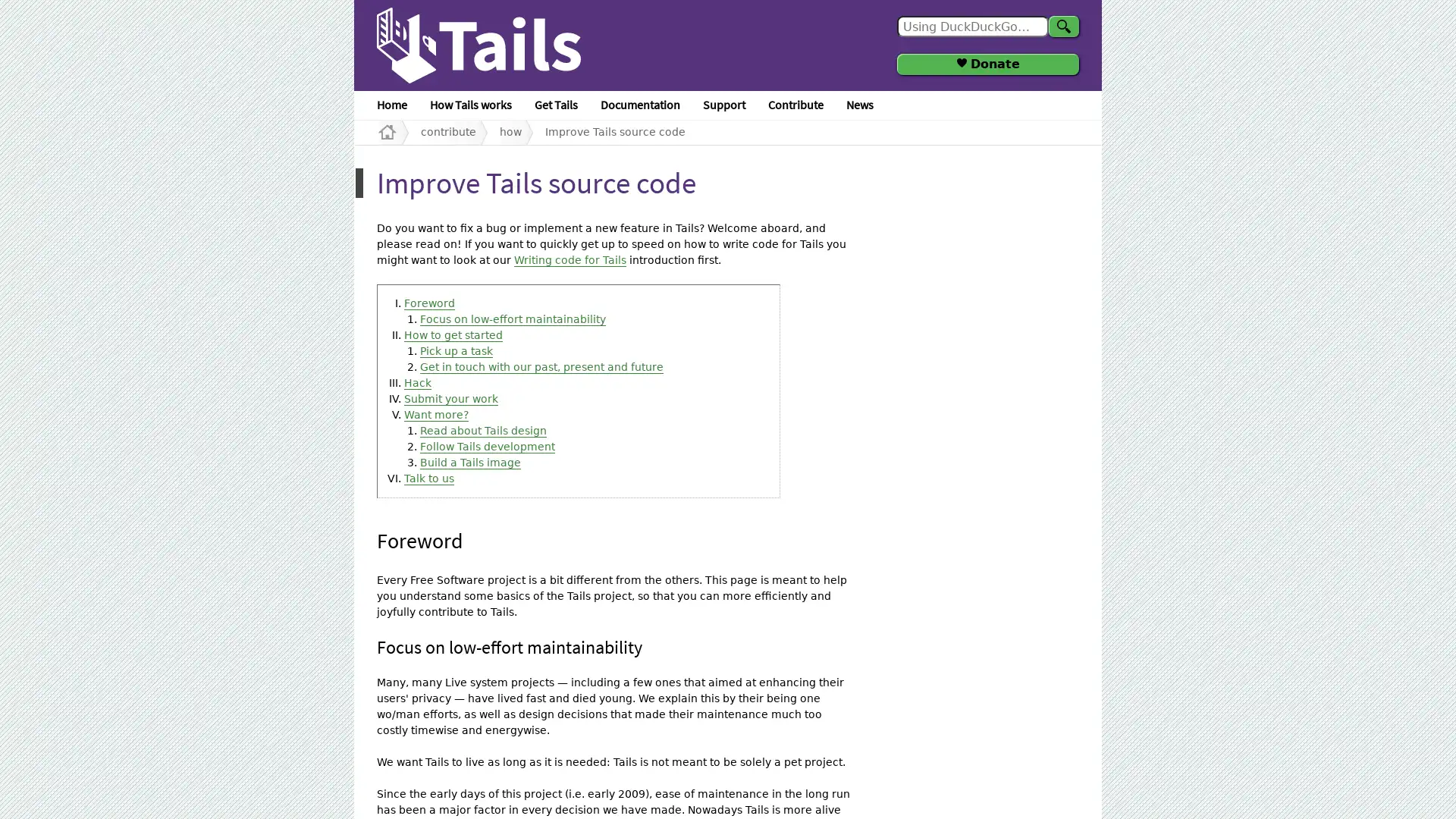 This screenshot has height=819, width=1456. I want to click on Search, so click(1062, 26).